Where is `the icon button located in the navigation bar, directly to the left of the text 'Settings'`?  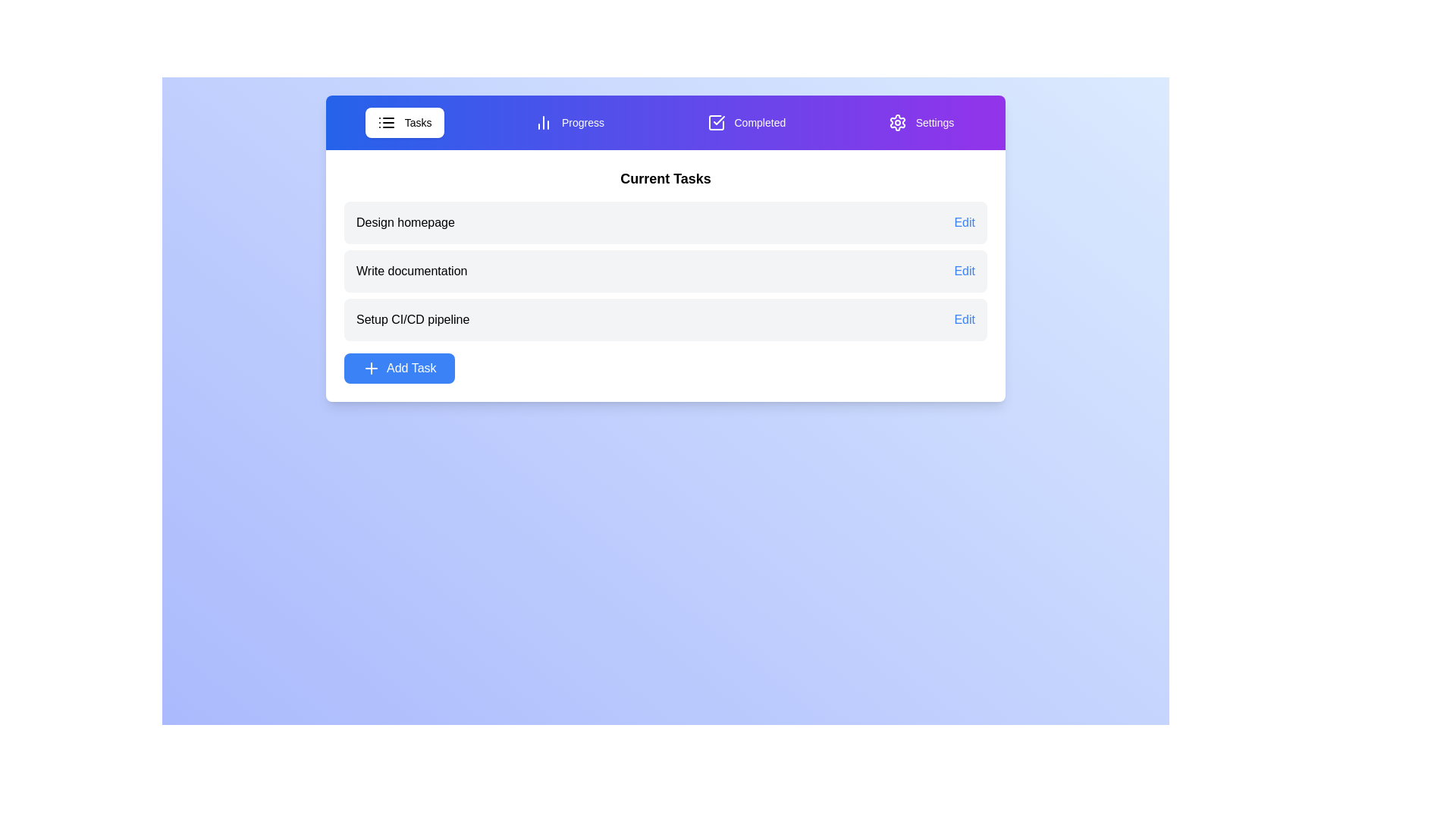 the icon button located in the navigation bar, directly to the left of the text 'Settings' is located at coordinates (897, 122).